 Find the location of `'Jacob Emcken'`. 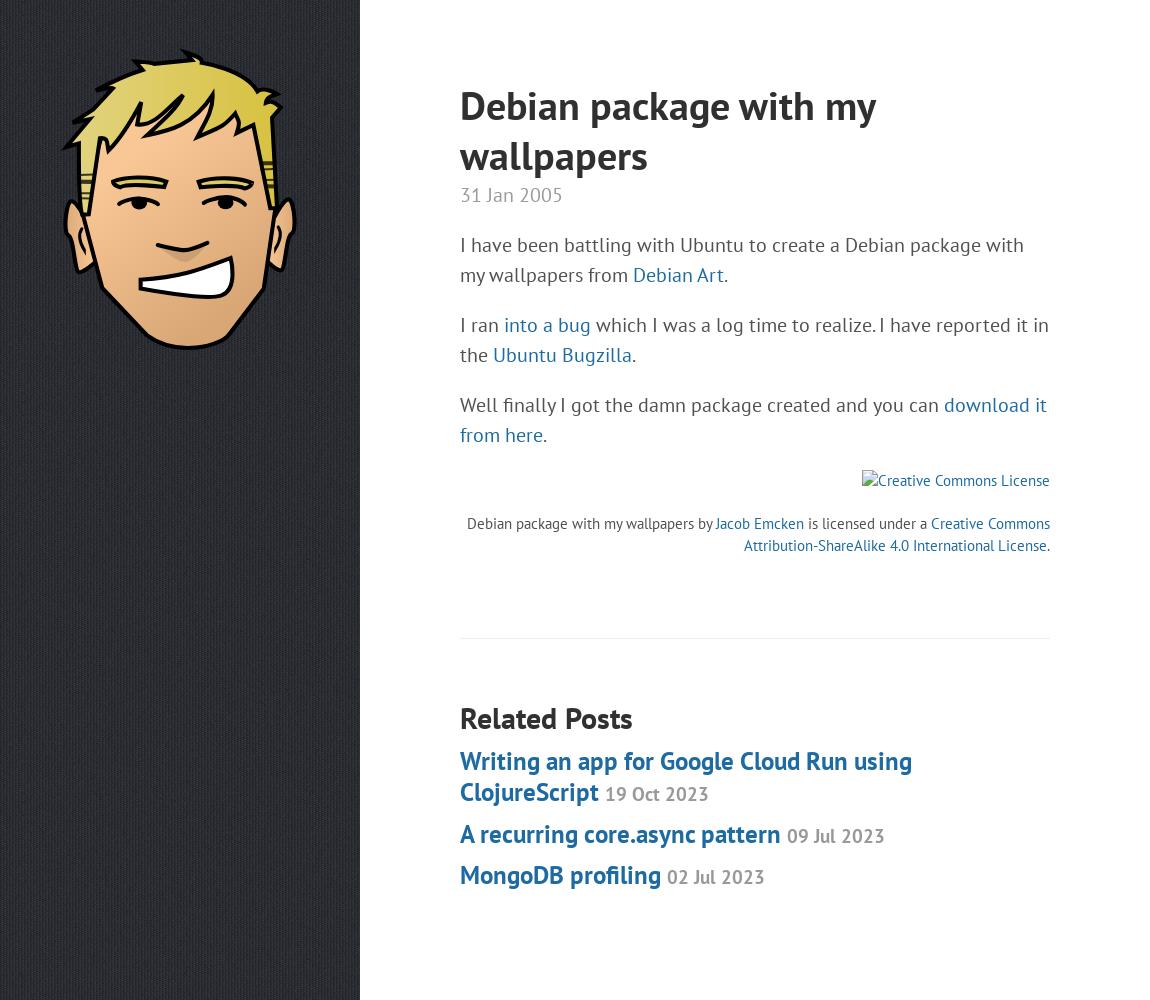

'Jacob Emcken' is located at coordinates (759, 522).